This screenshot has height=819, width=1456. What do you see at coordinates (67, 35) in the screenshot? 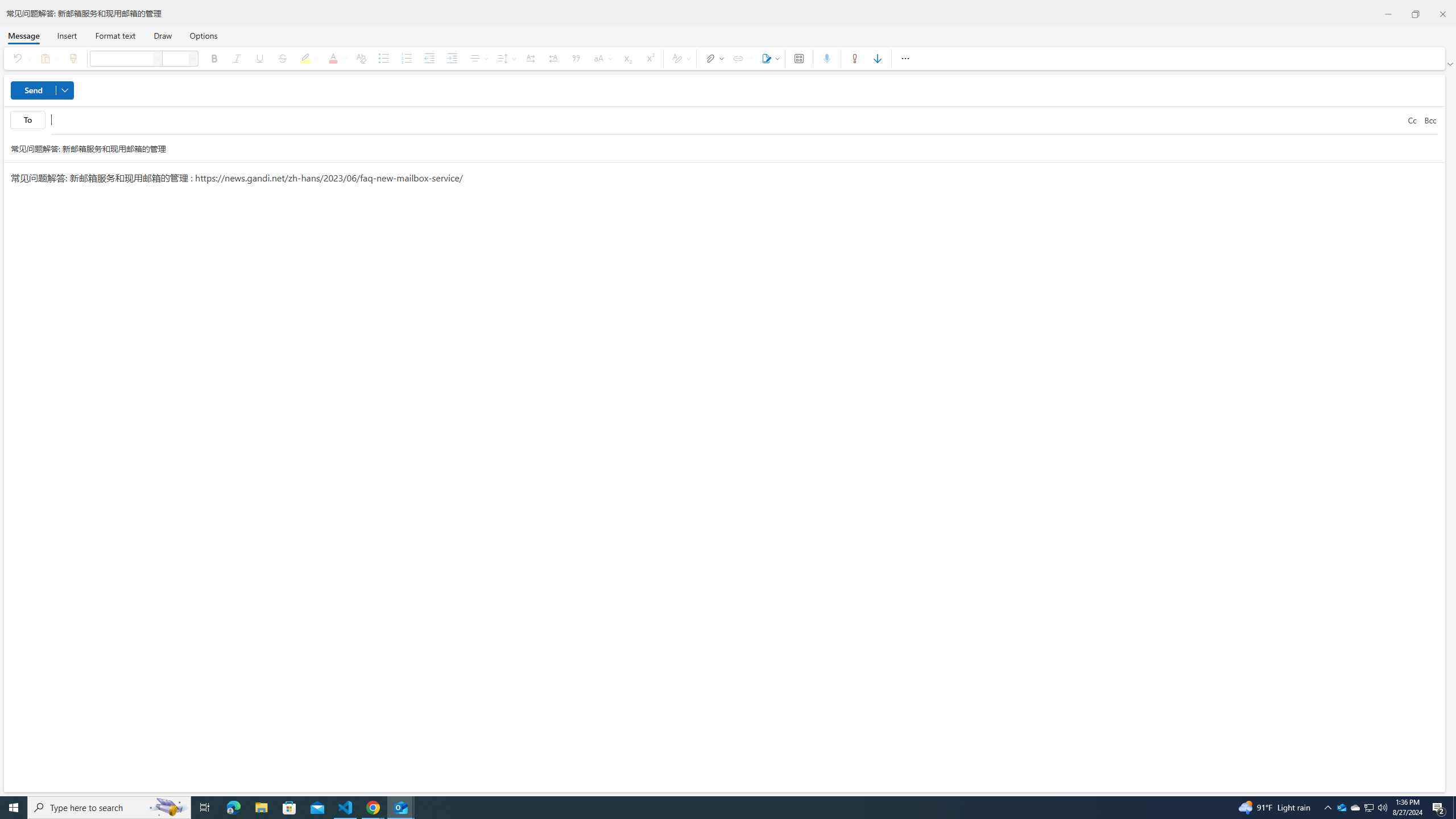
I see `'Insert'` at bounding box center [67, 35].